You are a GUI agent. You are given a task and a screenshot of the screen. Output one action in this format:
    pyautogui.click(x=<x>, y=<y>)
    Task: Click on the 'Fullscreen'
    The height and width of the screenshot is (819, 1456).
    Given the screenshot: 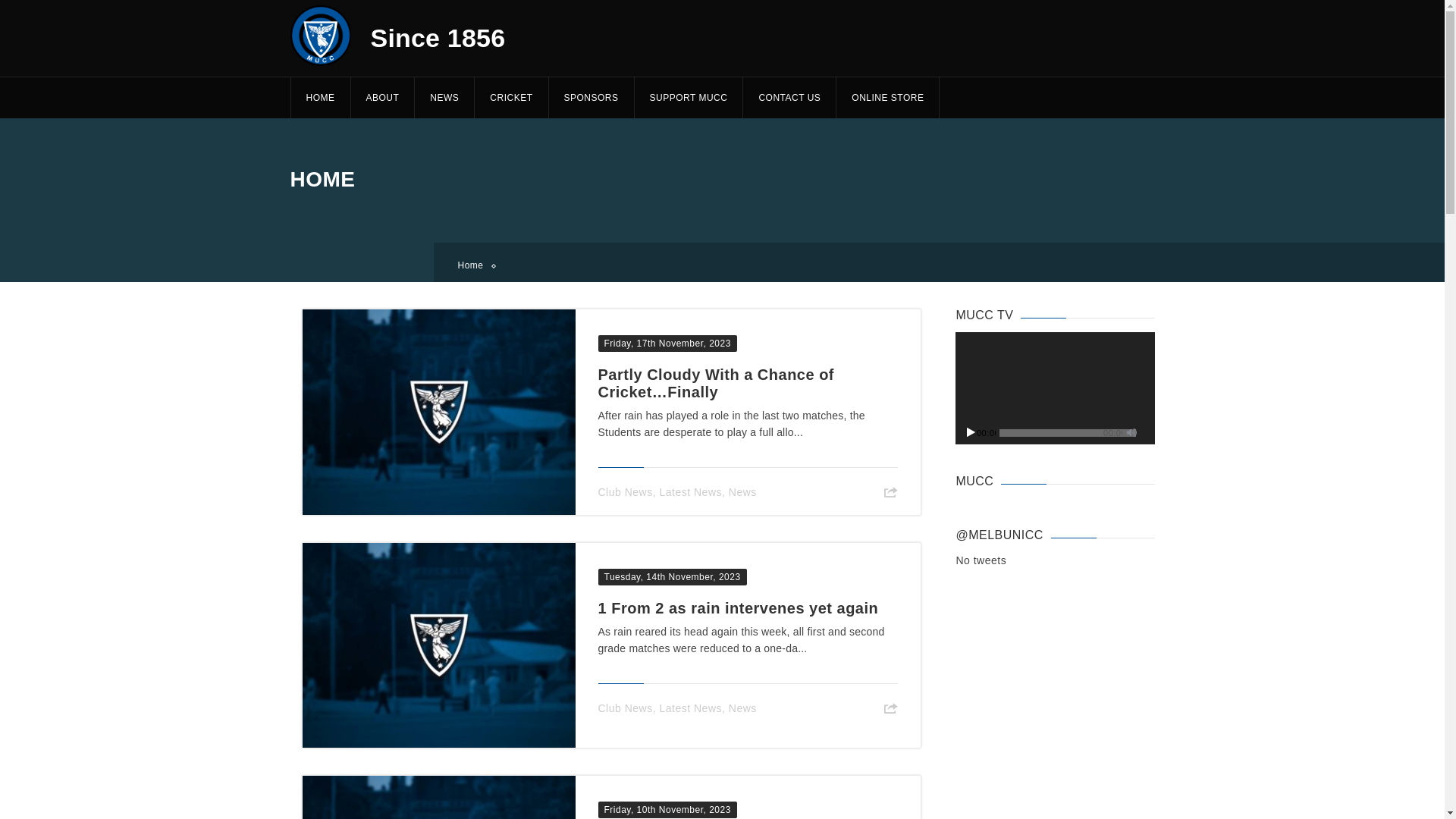 What is the action you would take?
    pyautogui.click(x=1146, y=431)
    